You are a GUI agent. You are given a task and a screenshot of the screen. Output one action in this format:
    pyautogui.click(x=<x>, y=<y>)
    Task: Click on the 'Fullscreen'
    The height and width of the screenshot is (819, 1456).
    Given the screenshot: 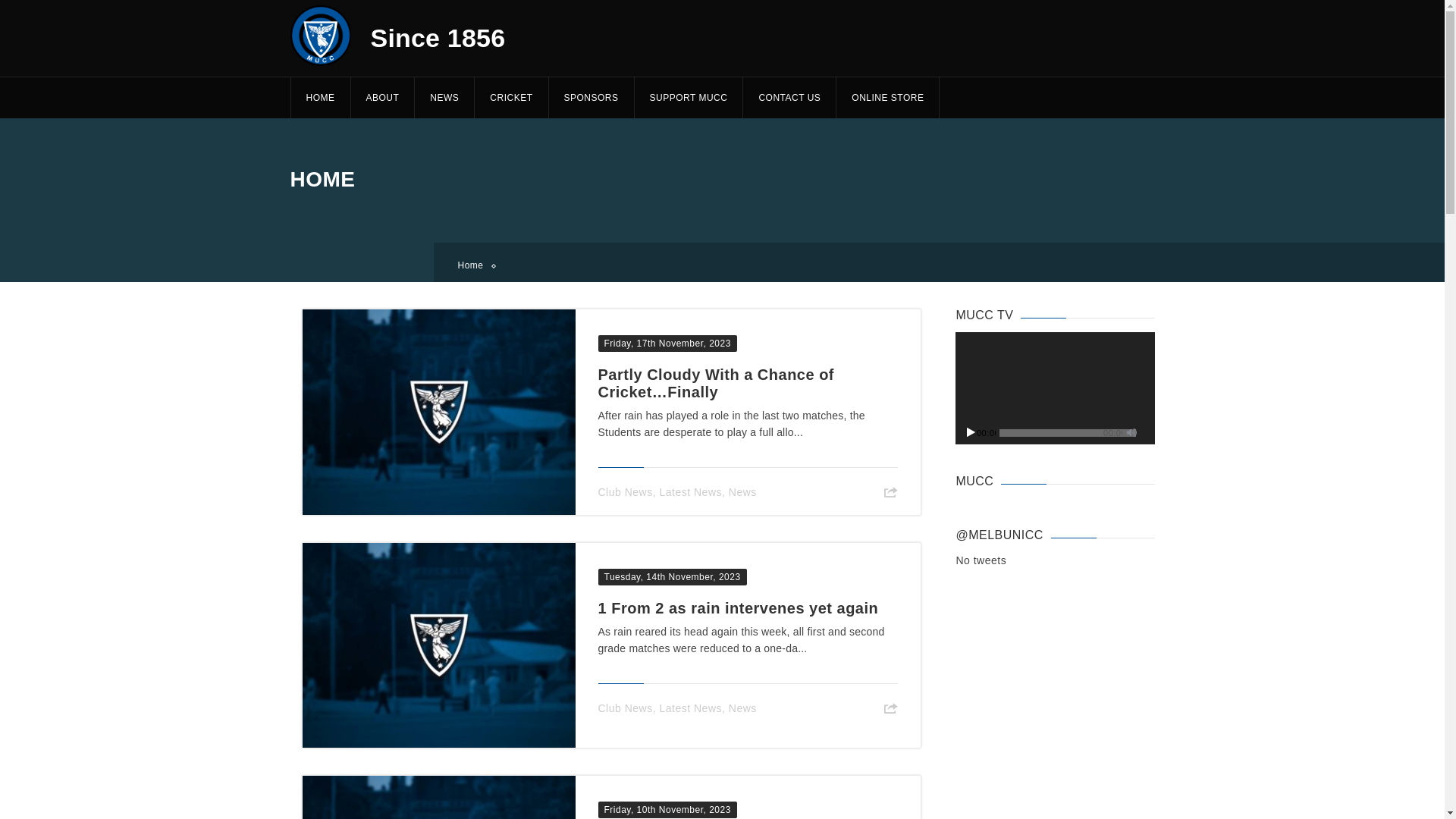 What is the action you would take?
    pyautogui.click(x=1146, y=431)
    